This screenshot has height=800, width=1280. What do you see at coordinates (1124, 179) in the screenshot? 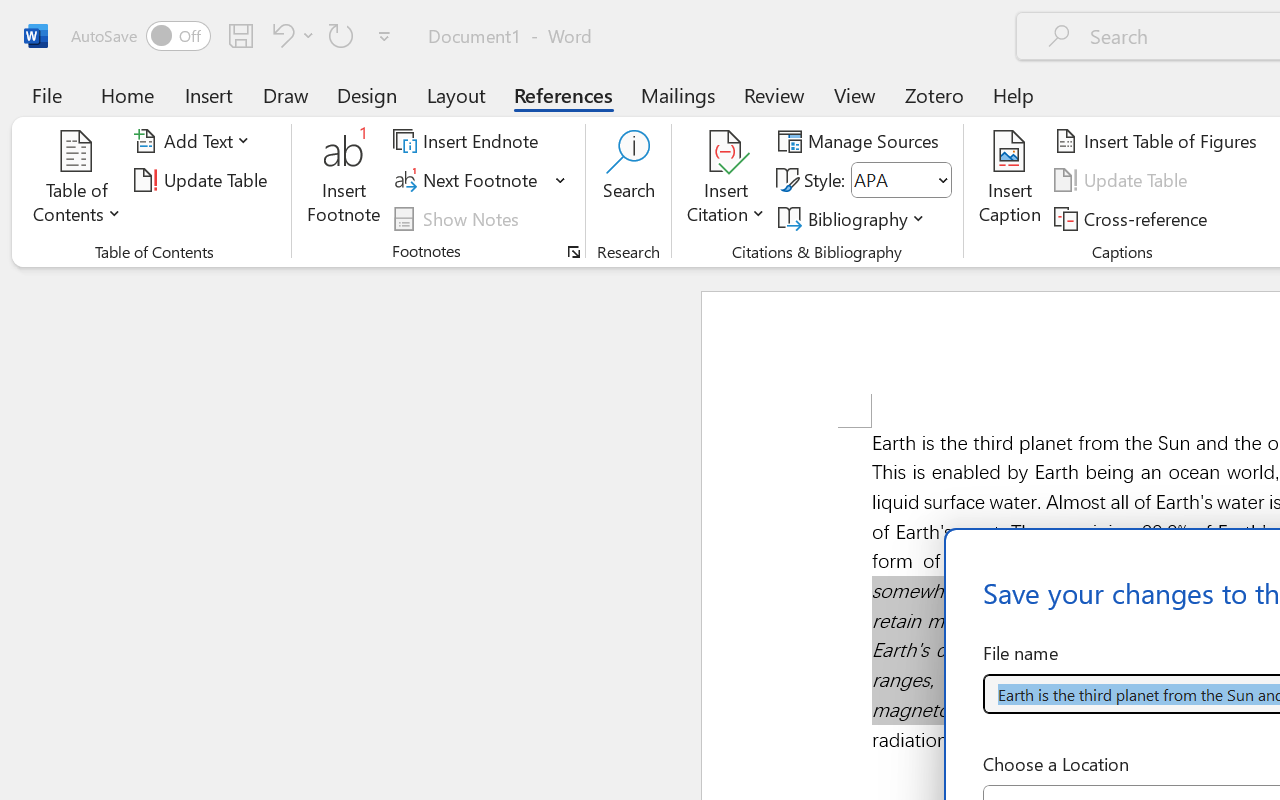
I see `'Update Table'` at bounding box center [1124, 179].